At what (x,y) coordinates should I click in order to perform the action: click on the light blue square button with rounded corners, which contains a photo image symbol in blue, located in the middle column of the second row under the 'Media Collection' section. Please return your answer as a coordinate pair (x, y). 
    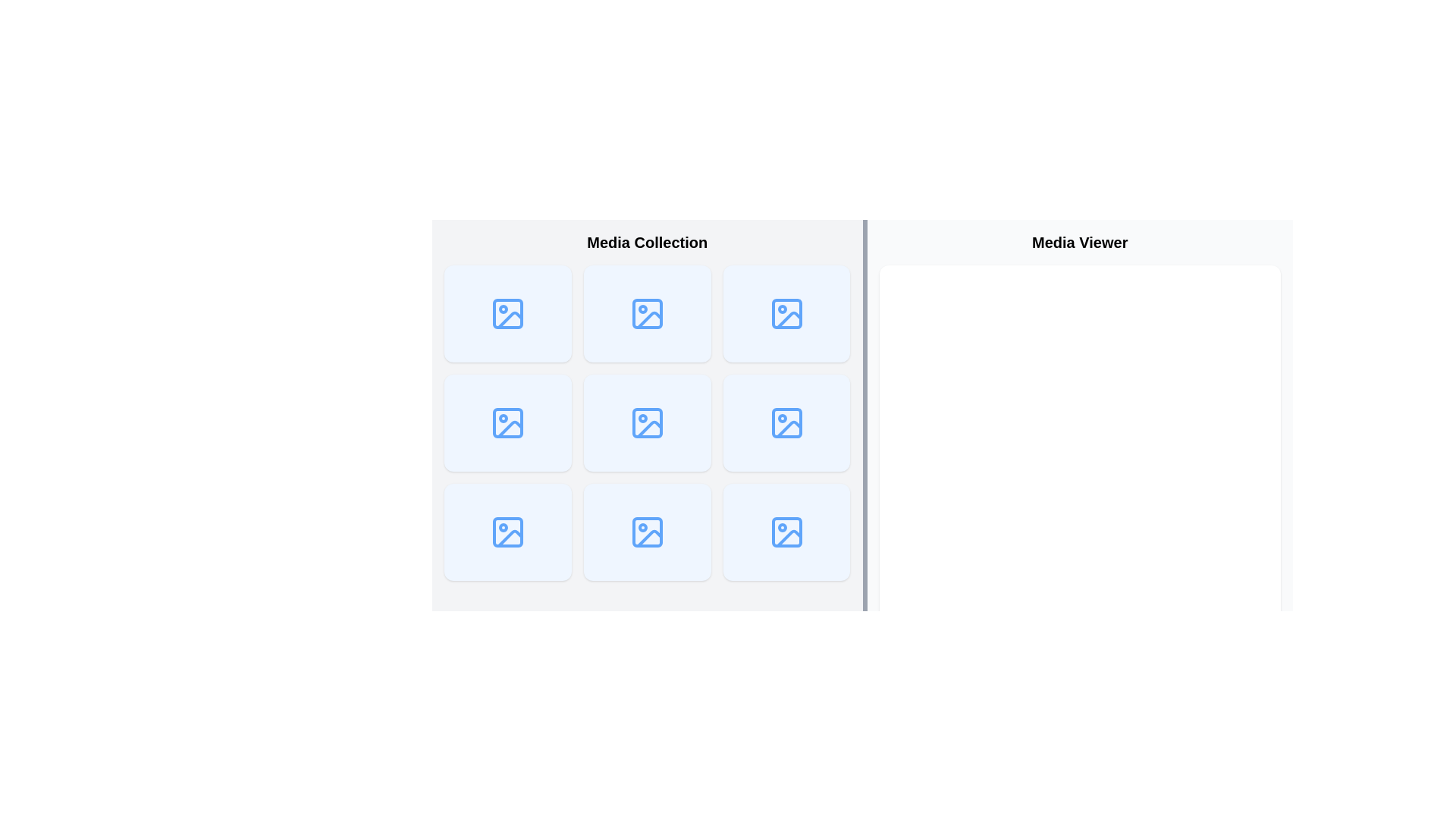
    Looking at the image, I should click on (647, 423).